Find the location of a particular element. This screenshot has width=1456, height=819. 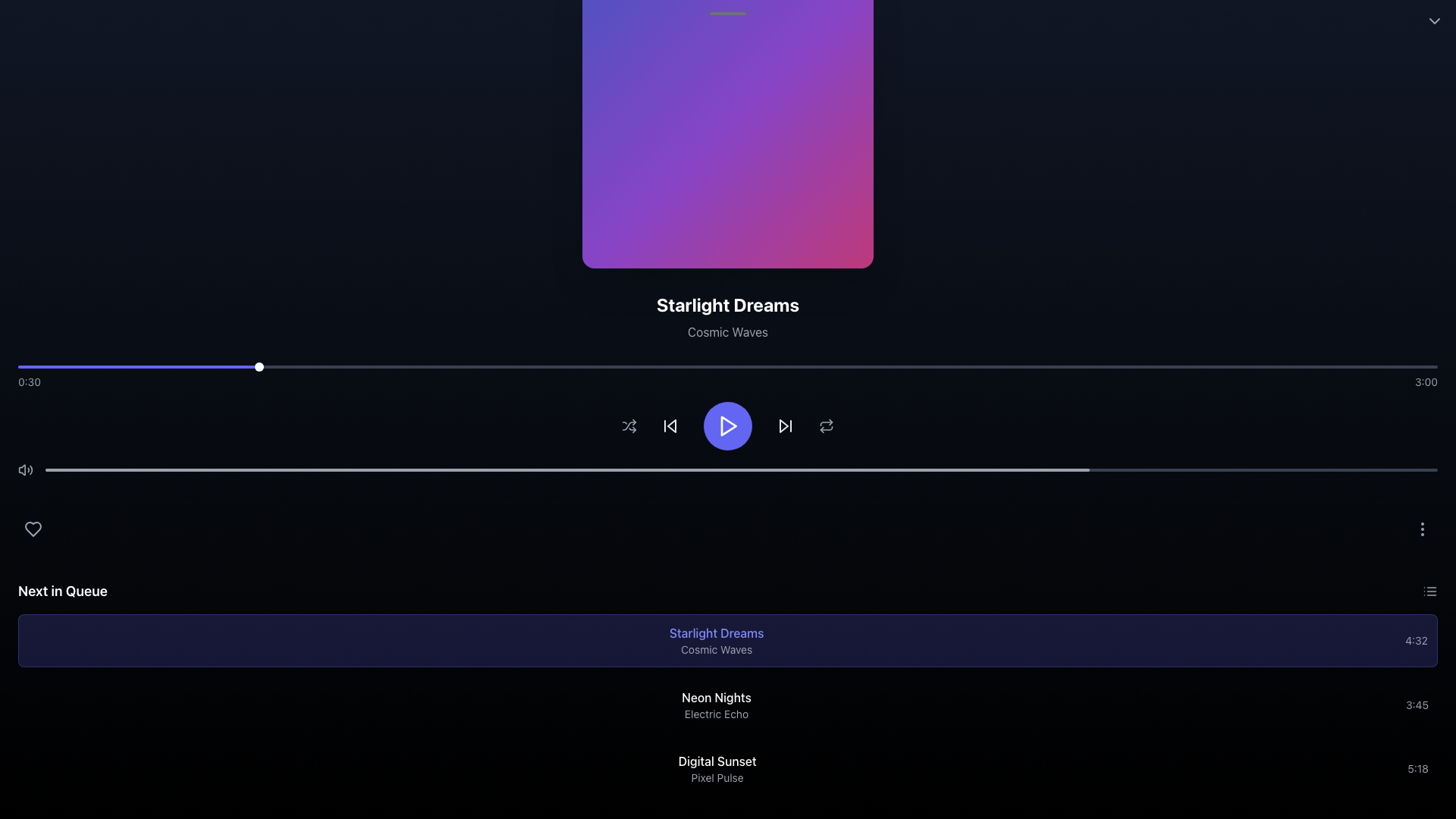

playback position is located at coordinates (1241, 366).